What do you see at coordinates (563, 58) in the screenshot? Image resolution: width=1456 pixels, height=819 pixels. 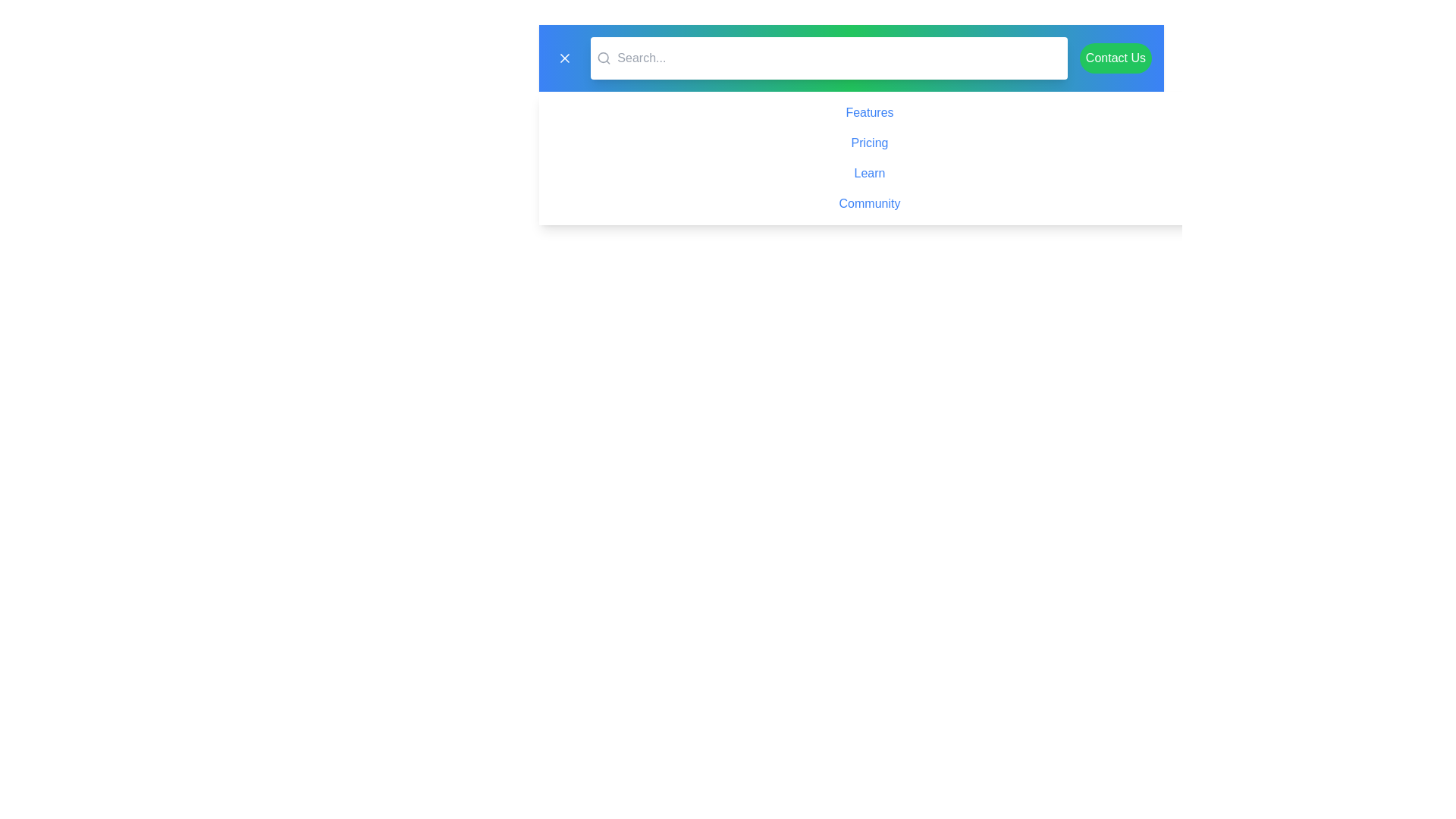 I see `the 'X' icon in the top-left corner of the interface` at bounding box center [563, 58].